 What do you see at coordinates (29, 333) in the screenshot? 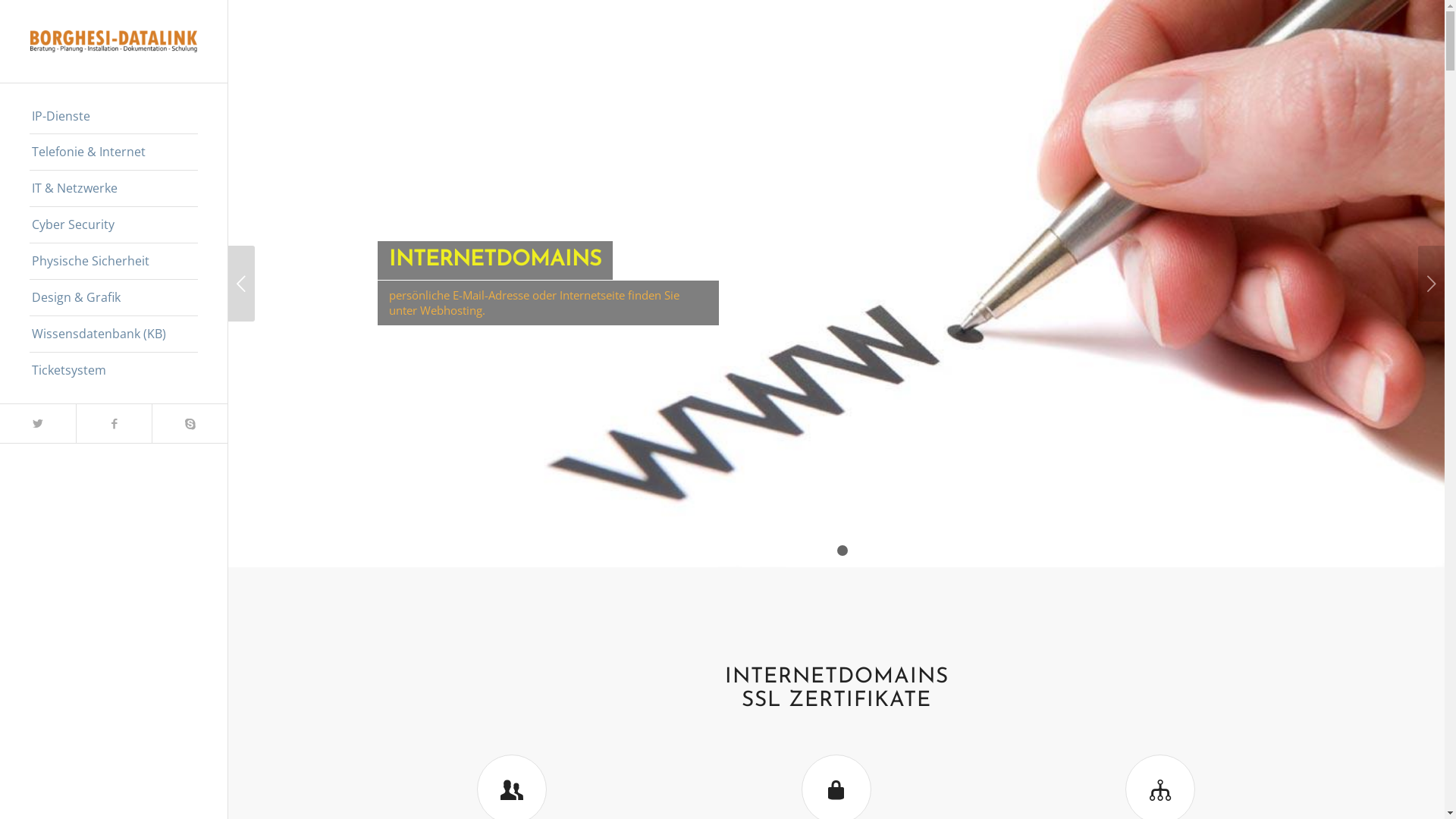
I see `'Wissensdatenbank (KB)'` at bounding box center [29, 333].